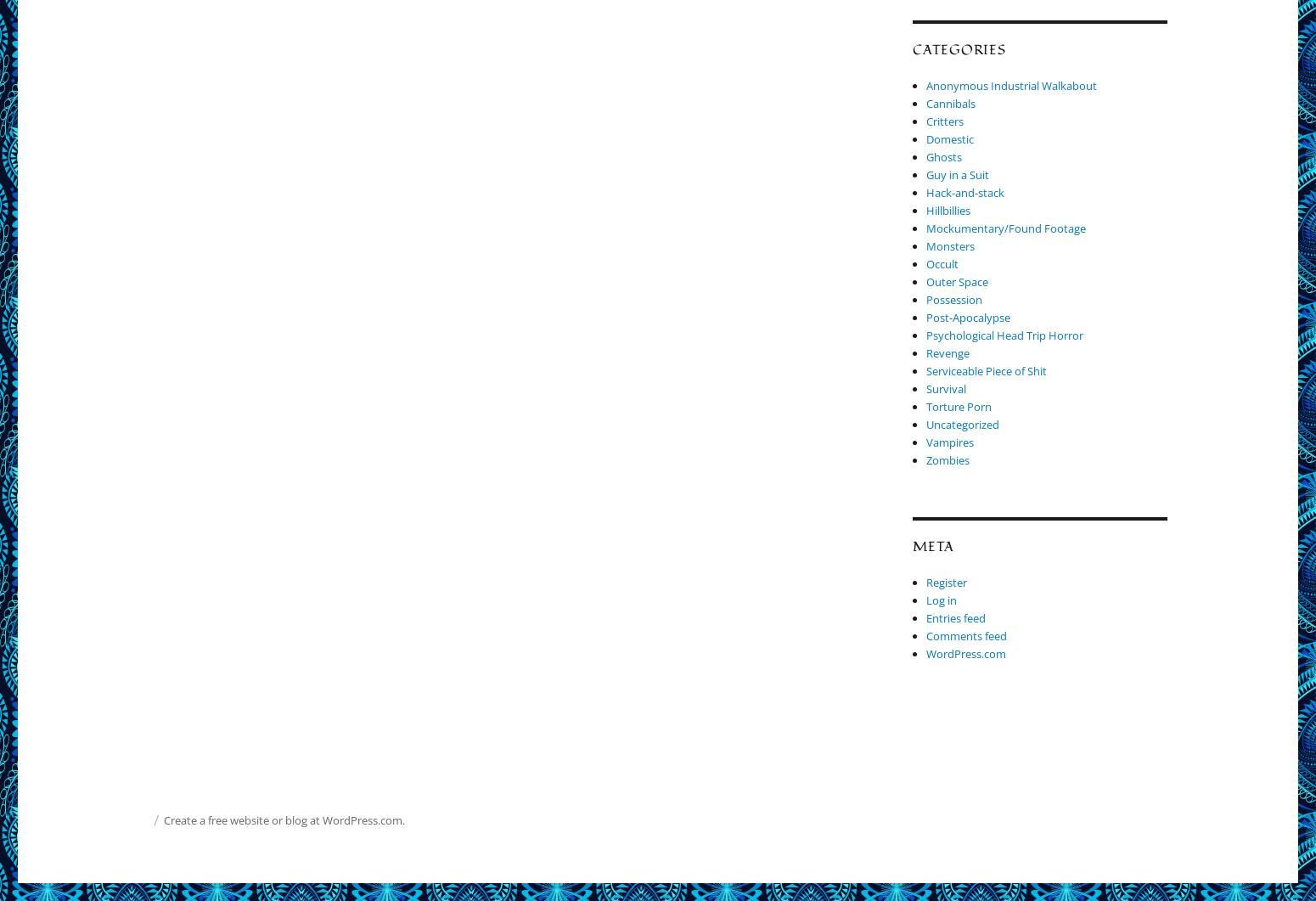 The height and width of the screenshot is (901, 1316). Describe the element at coordinates (283, 819) in the screenshot. I see `'Create a free website or blog at WordPress.com.'` at that location.